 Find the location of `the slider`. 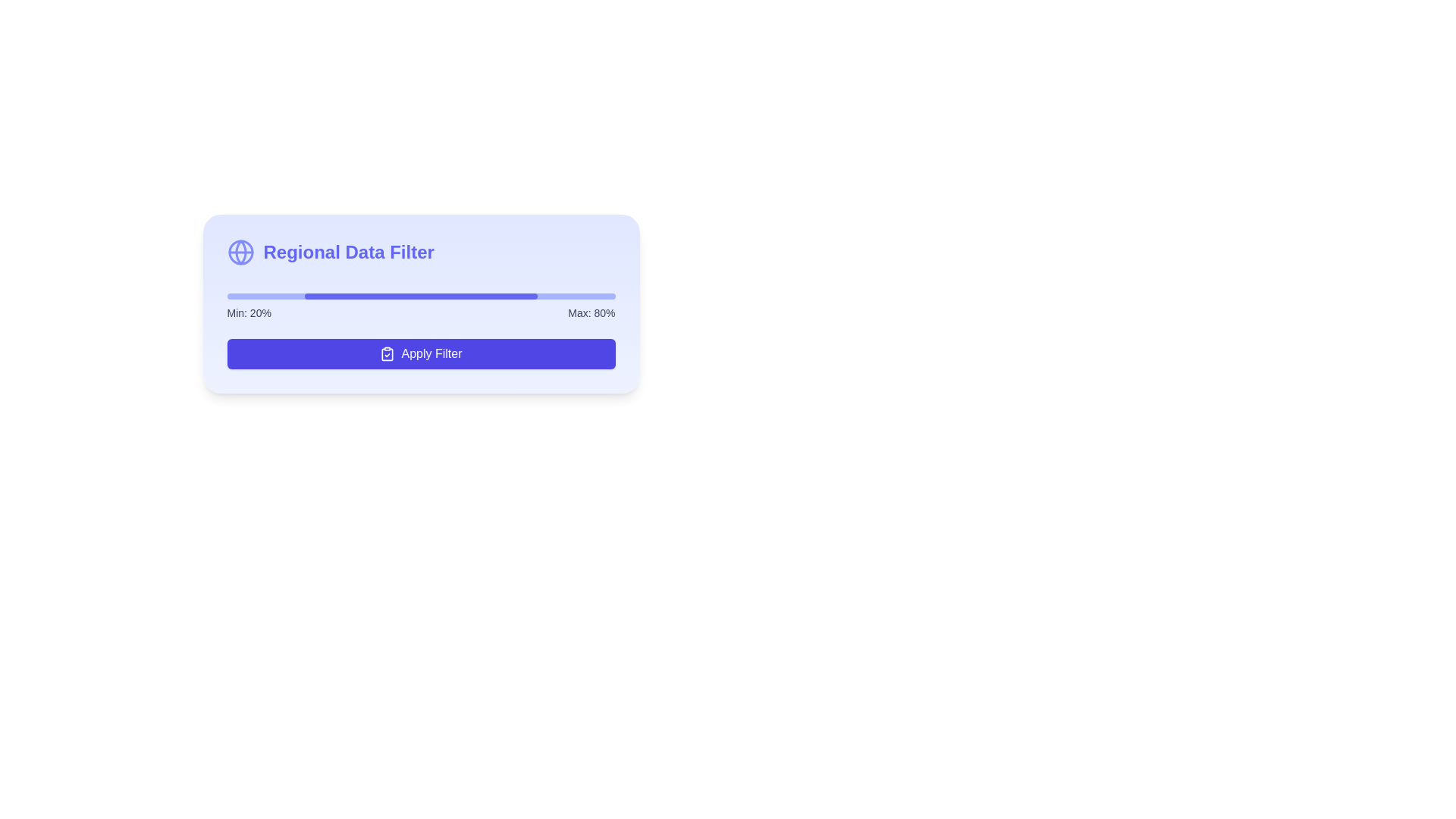

the slider is located at coordinates (347, 293).